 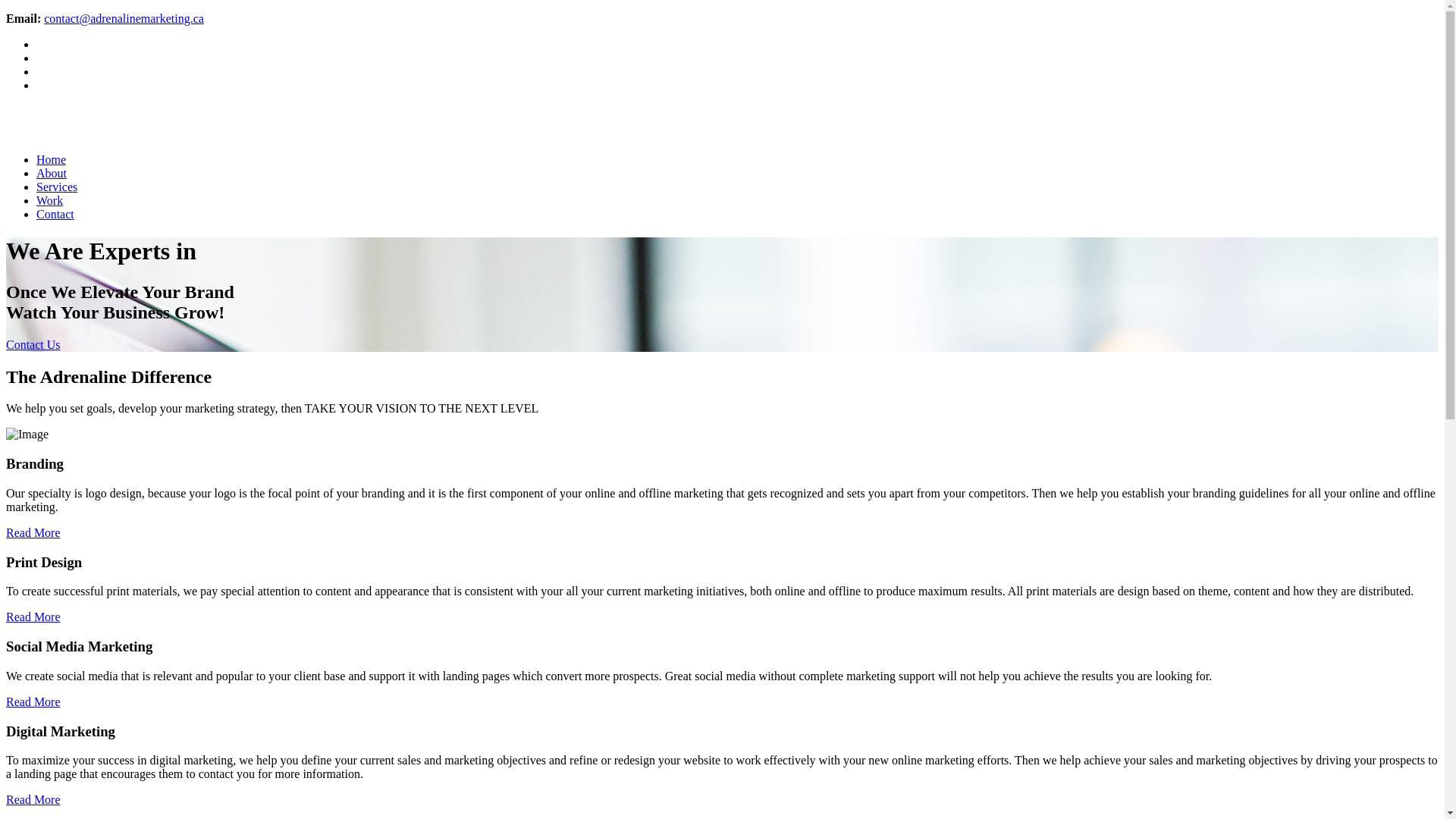 What do you see at coordinates (33, 617) in the screenshot?
I see `'Read More'` at bounding box center [33, 617].